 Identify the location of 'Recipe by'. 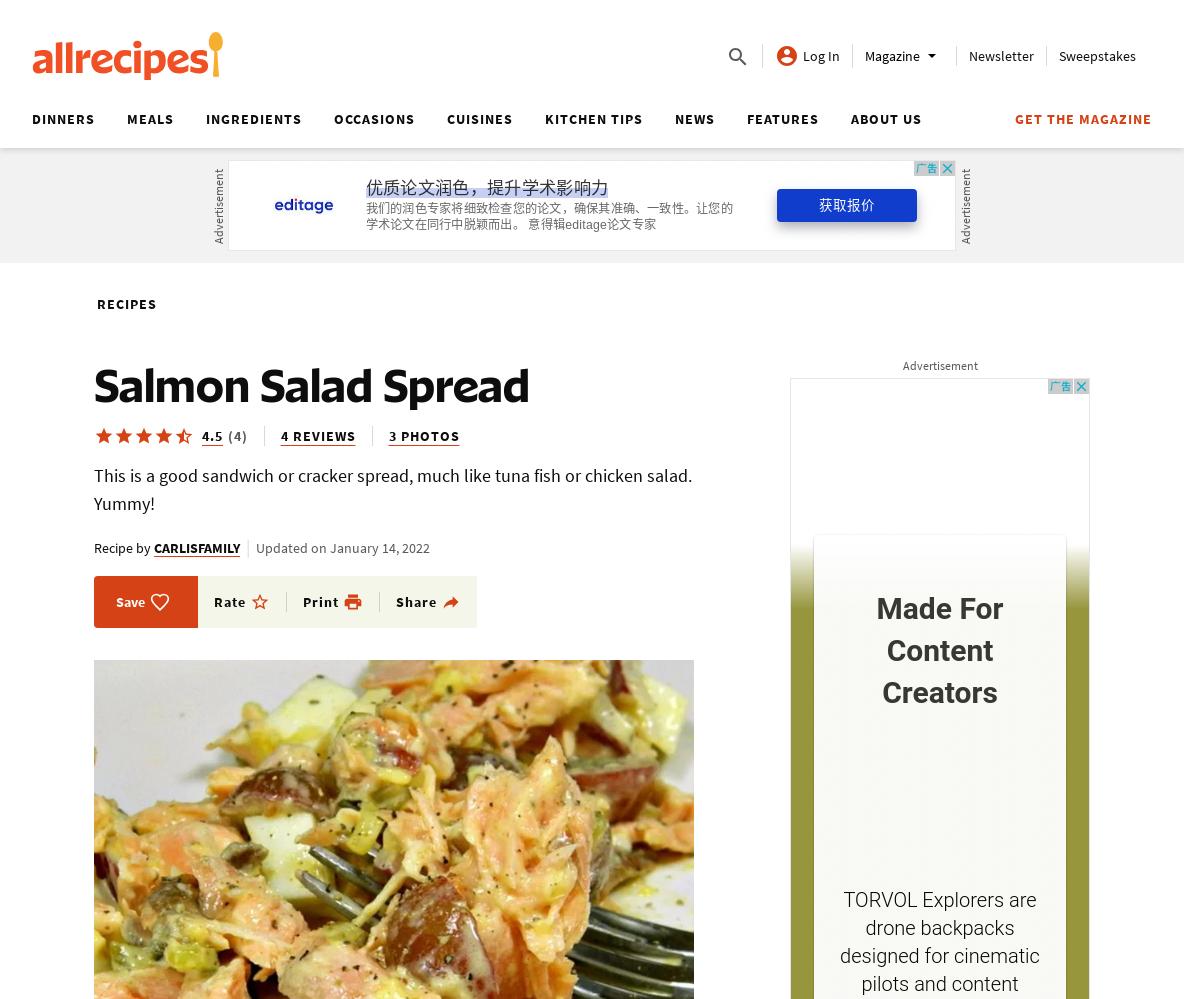
(122, 546).